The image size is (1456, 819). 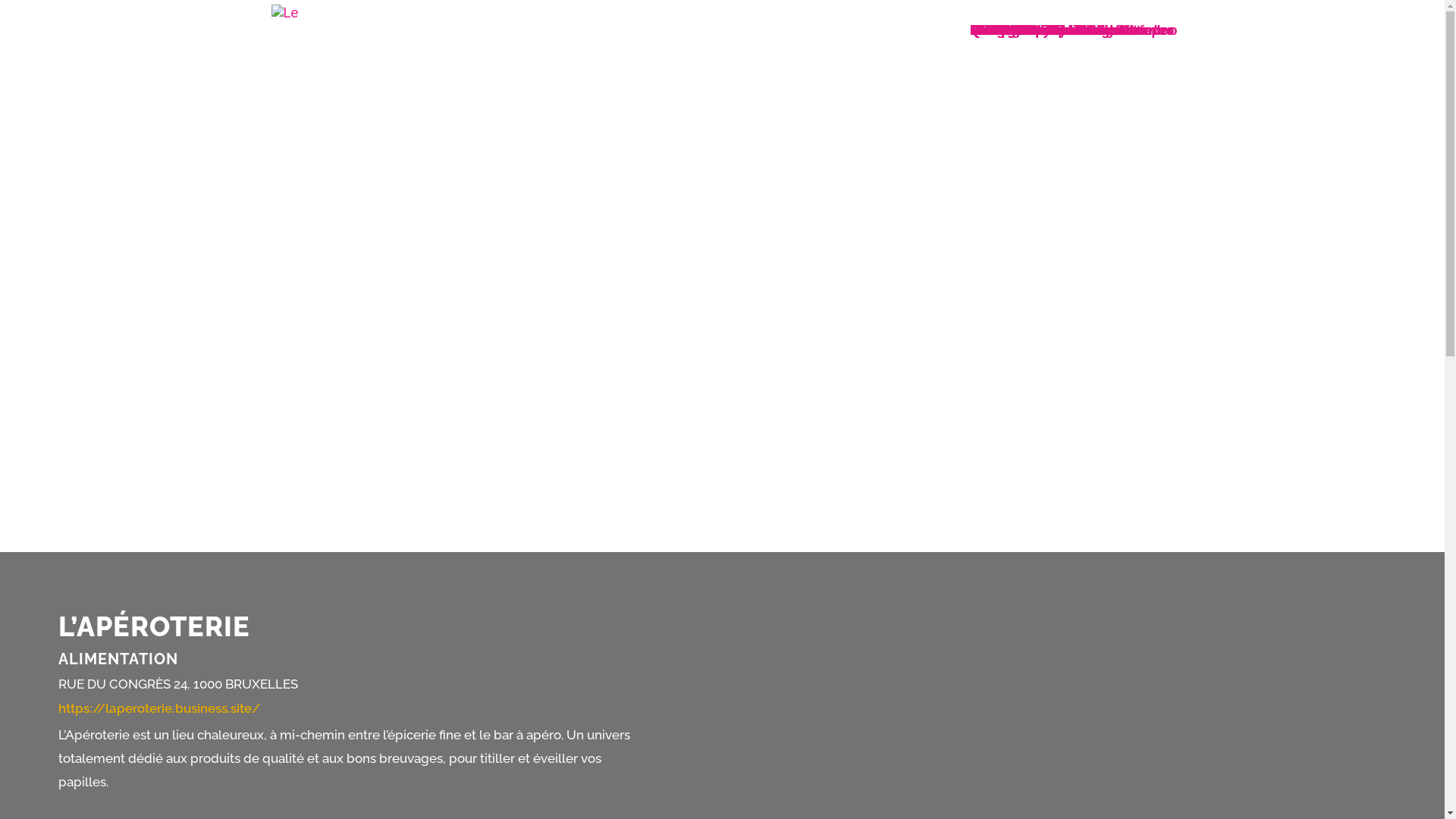 I want to click on 'Louise - Bailli', so click(x=1014, y=30).